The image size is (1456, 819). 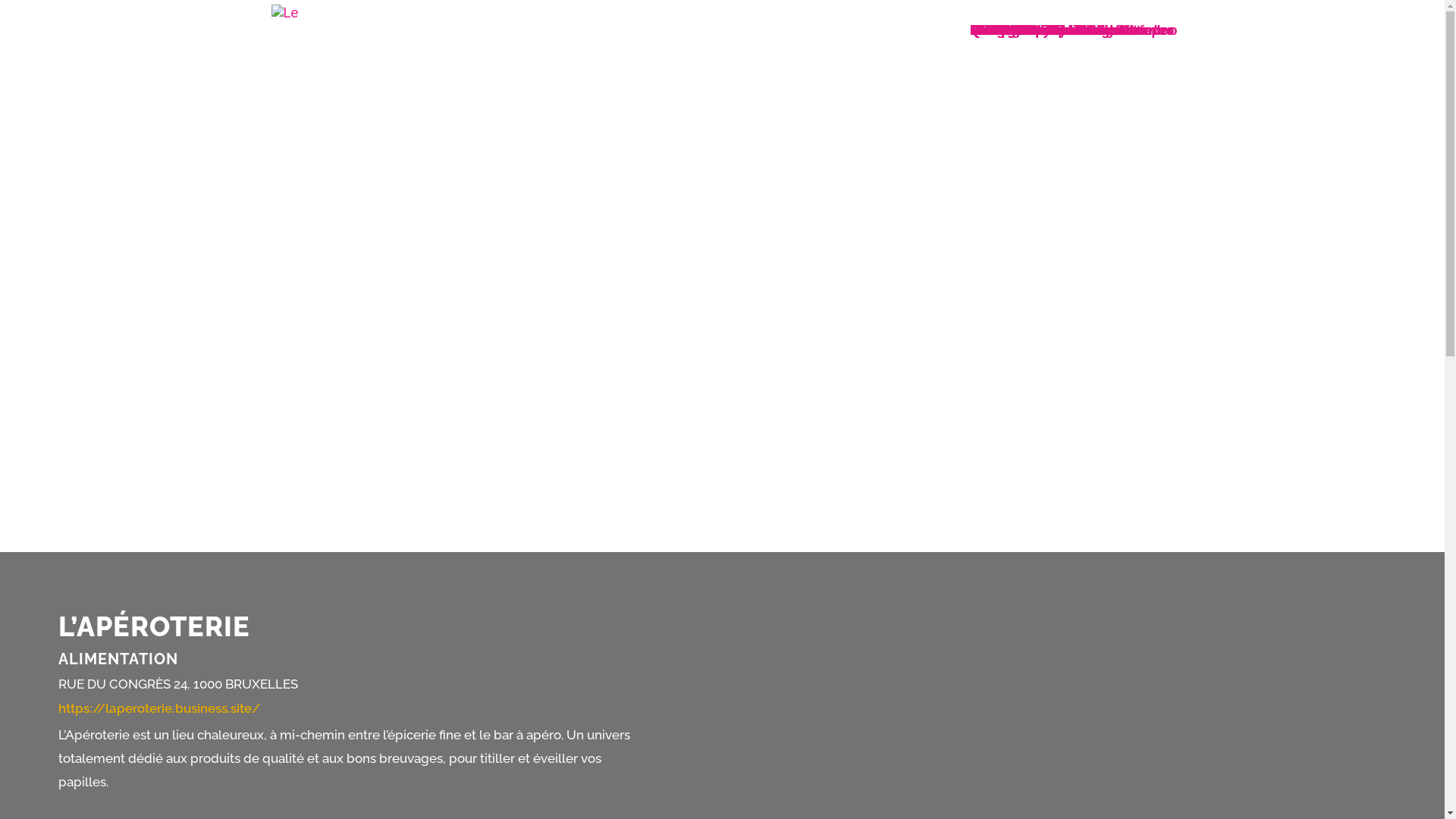 I want to click on 'Louise - Bailli', so click(x=1014, y=30).